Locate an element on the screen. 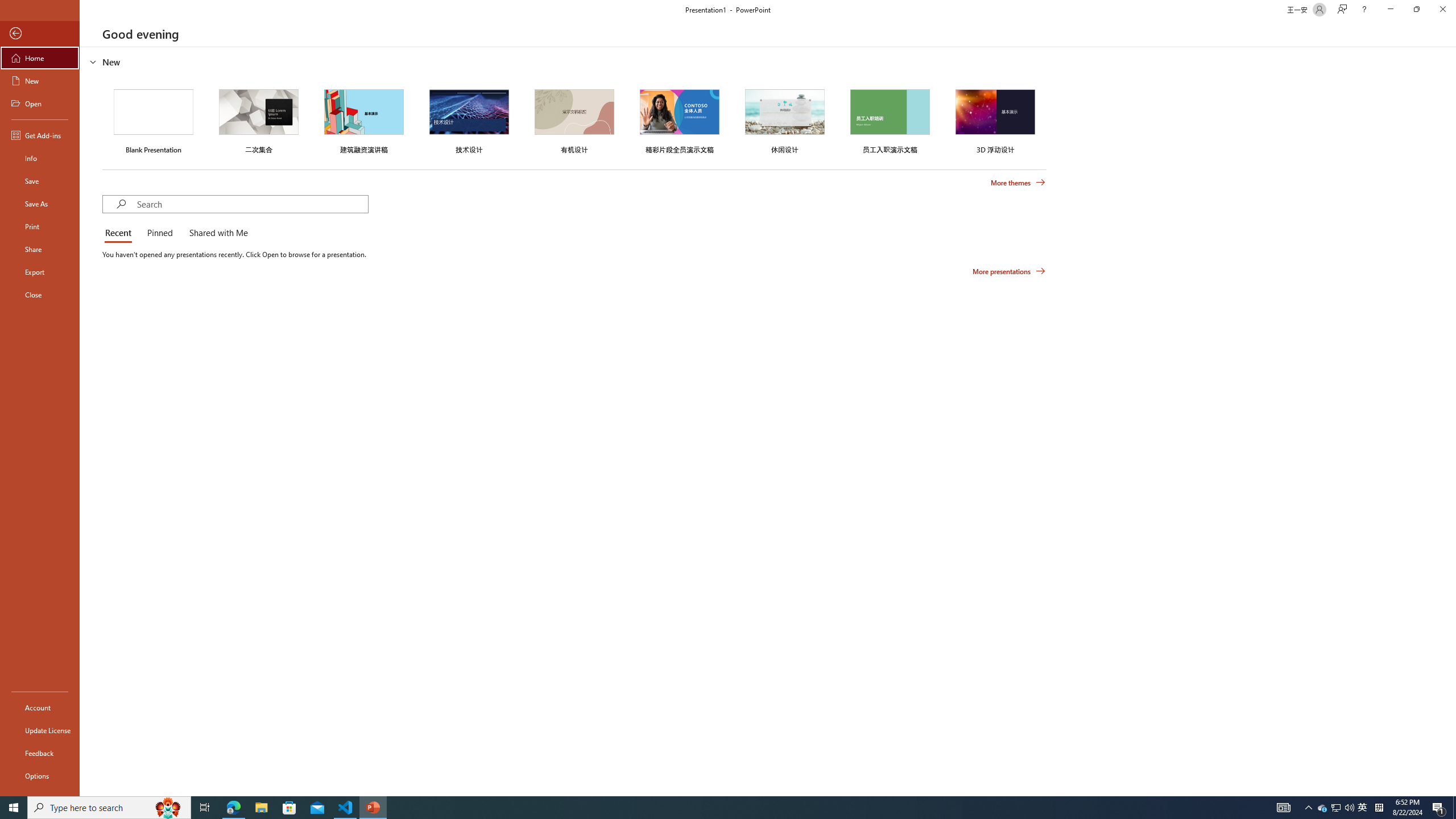 Image resolution: width=1456 pixels, height=819 pixels. 'Update License' is located at coordinates (39, 730).